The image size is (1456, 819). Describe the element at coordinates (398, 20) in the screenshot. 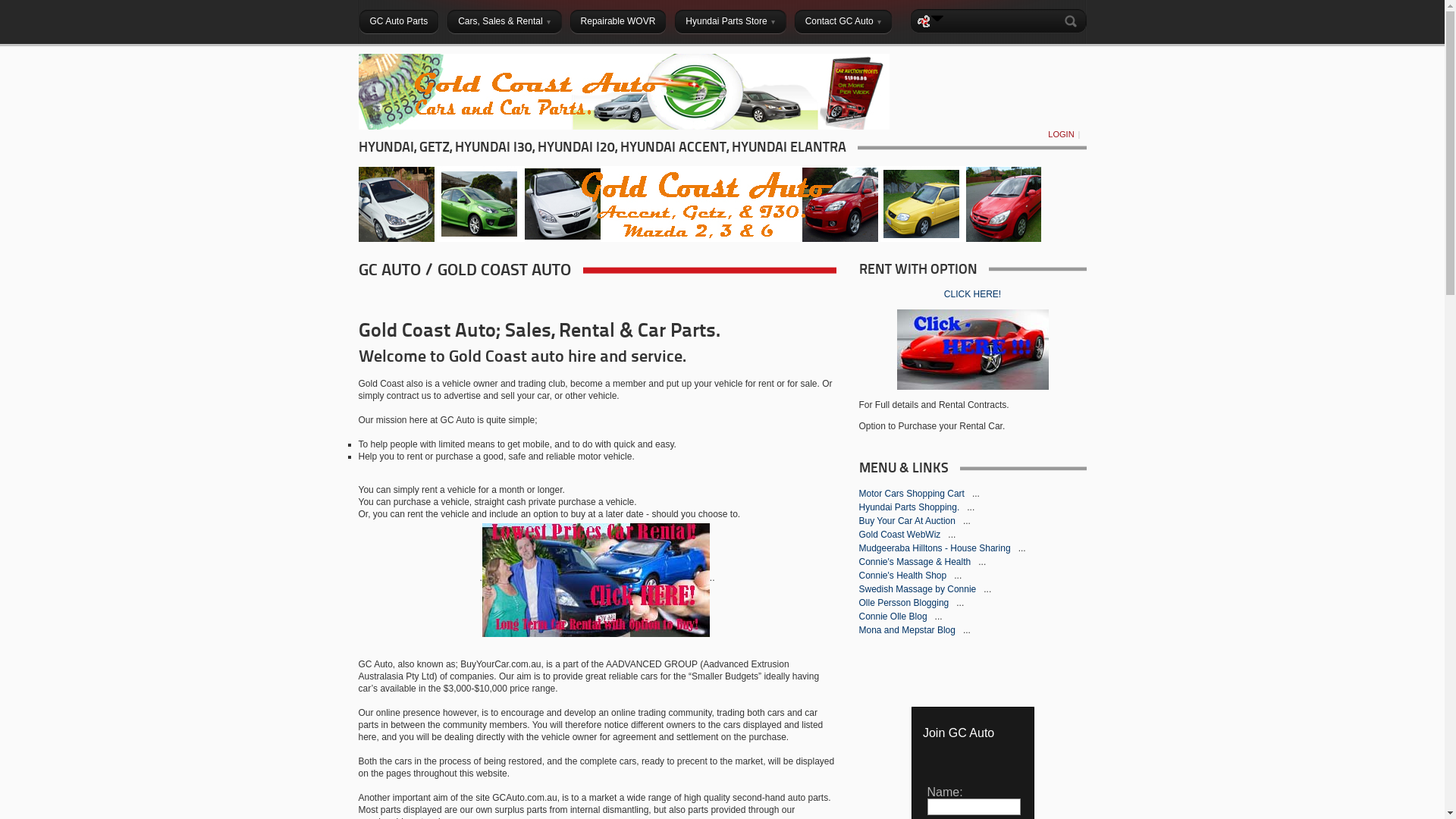

I see `'GC Auto Parts'` at that location.